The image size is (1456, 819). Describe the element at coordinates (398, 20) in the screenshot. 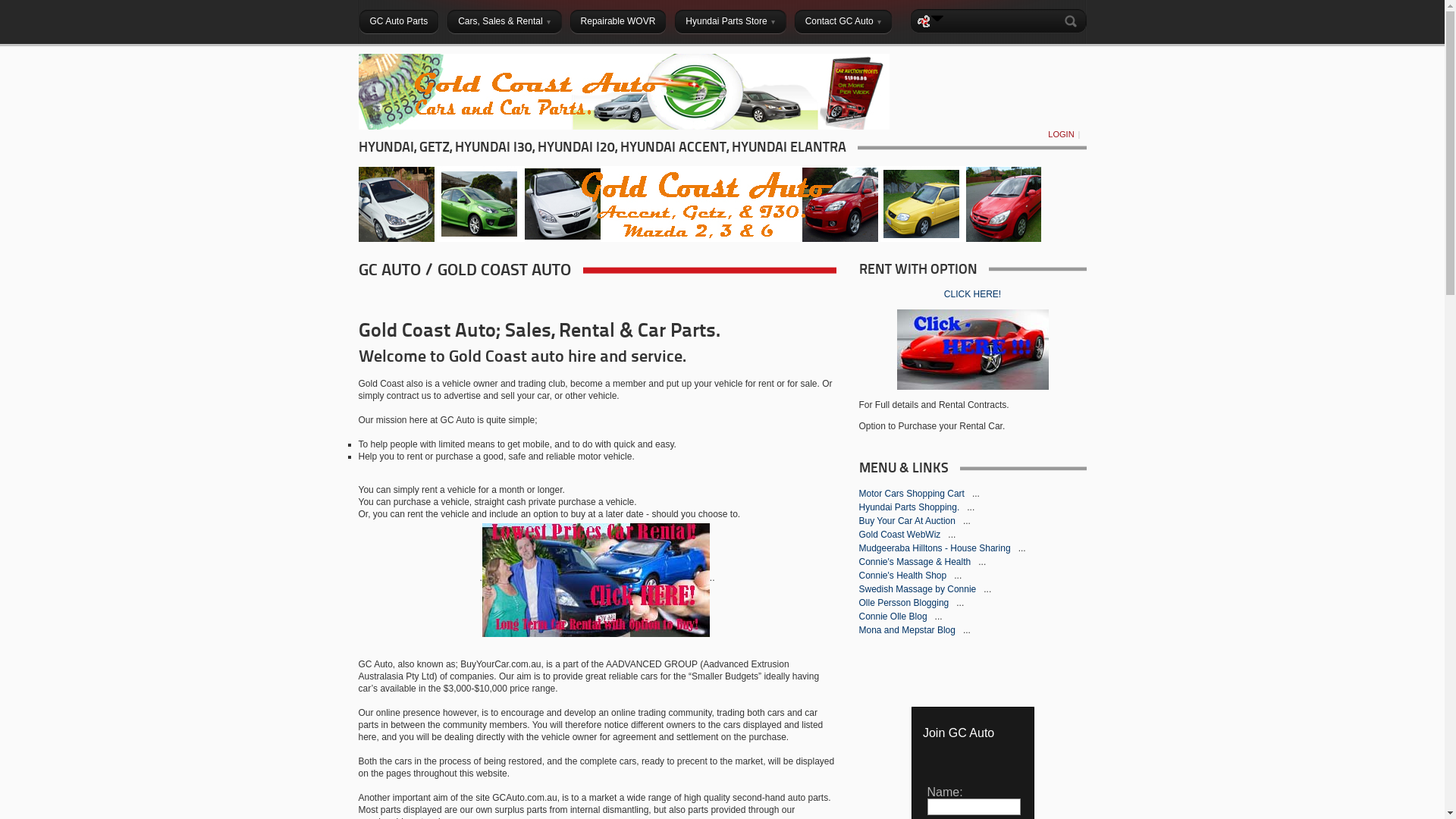

I see `'GC Auto Parts'` at that location.